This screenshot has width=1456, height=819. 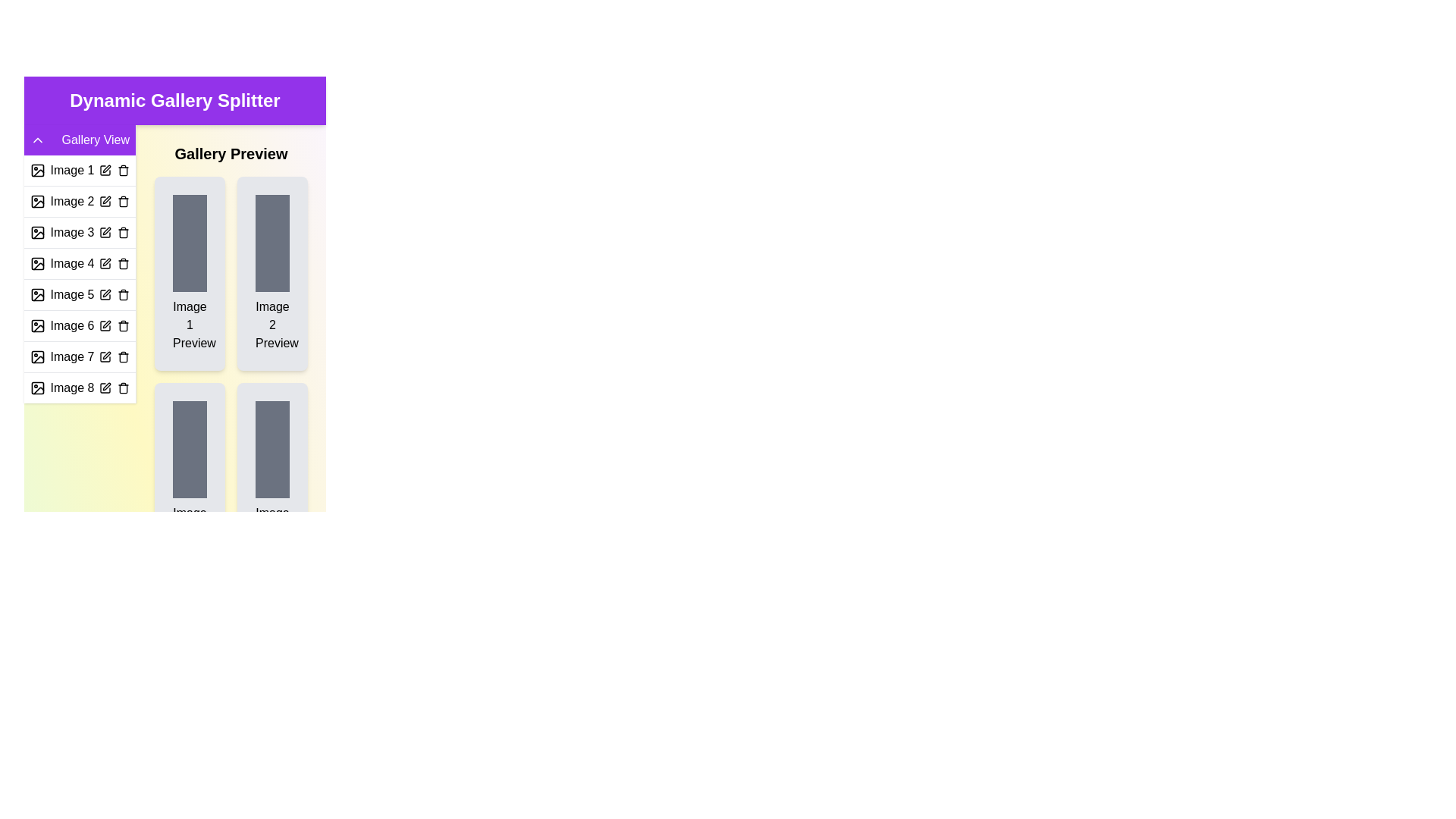 I want to click on the edit icon within the List item labeled 'Image 4' to initiate the editing process, so click(x=79, y=262).